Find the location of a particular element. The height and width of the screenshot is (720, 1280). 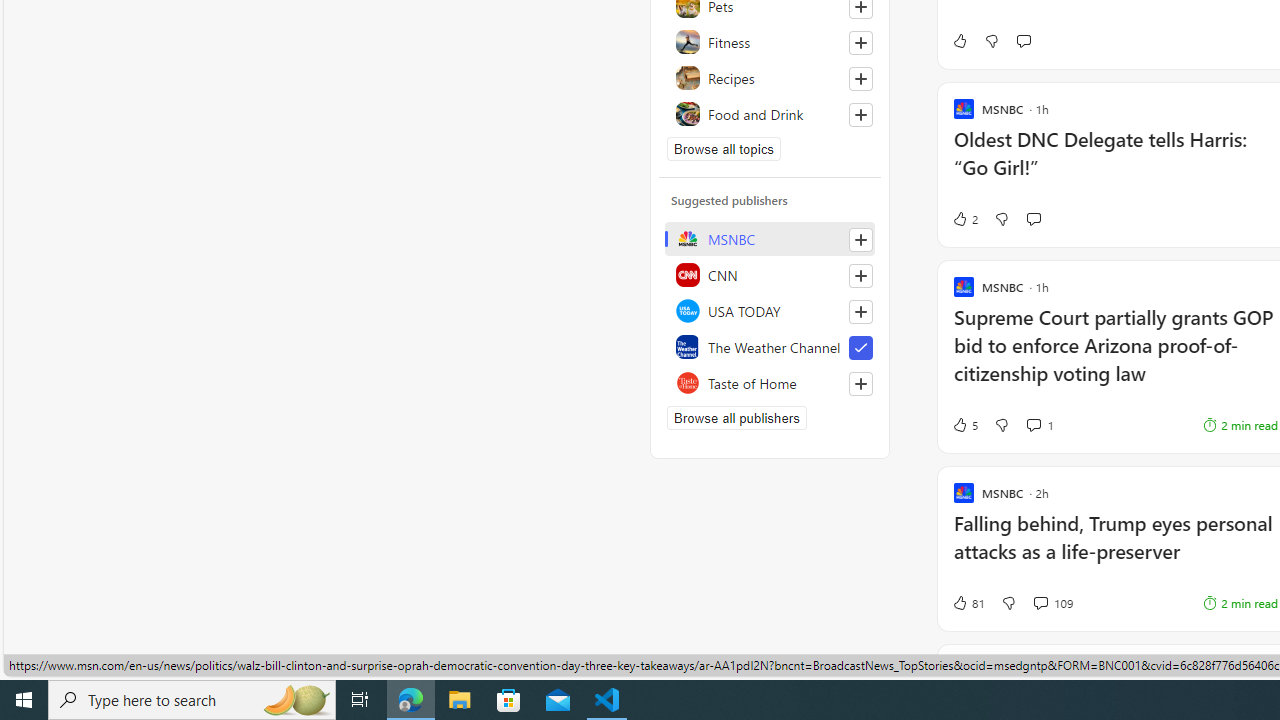

'Like' is located at coordinates (958, 41).